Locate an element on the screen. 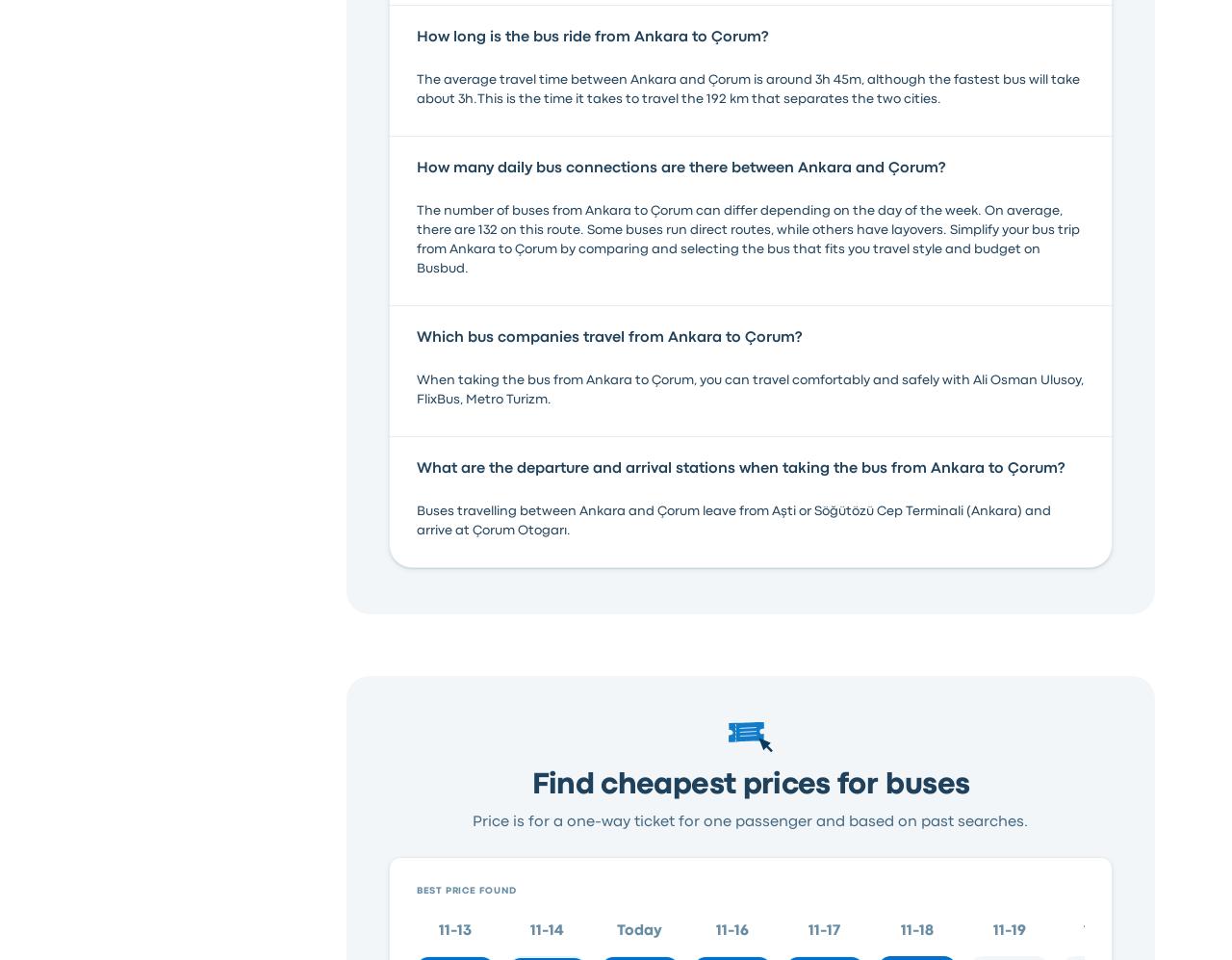 The width and height of the screenshot is (1232, 960). 'When taking the bus from Ankara to Çorum, you can travel comfortably and safely with Ali Osman Ulusoy, FlixBus, Metro Turizm.' is located at coordinates (748, 388).